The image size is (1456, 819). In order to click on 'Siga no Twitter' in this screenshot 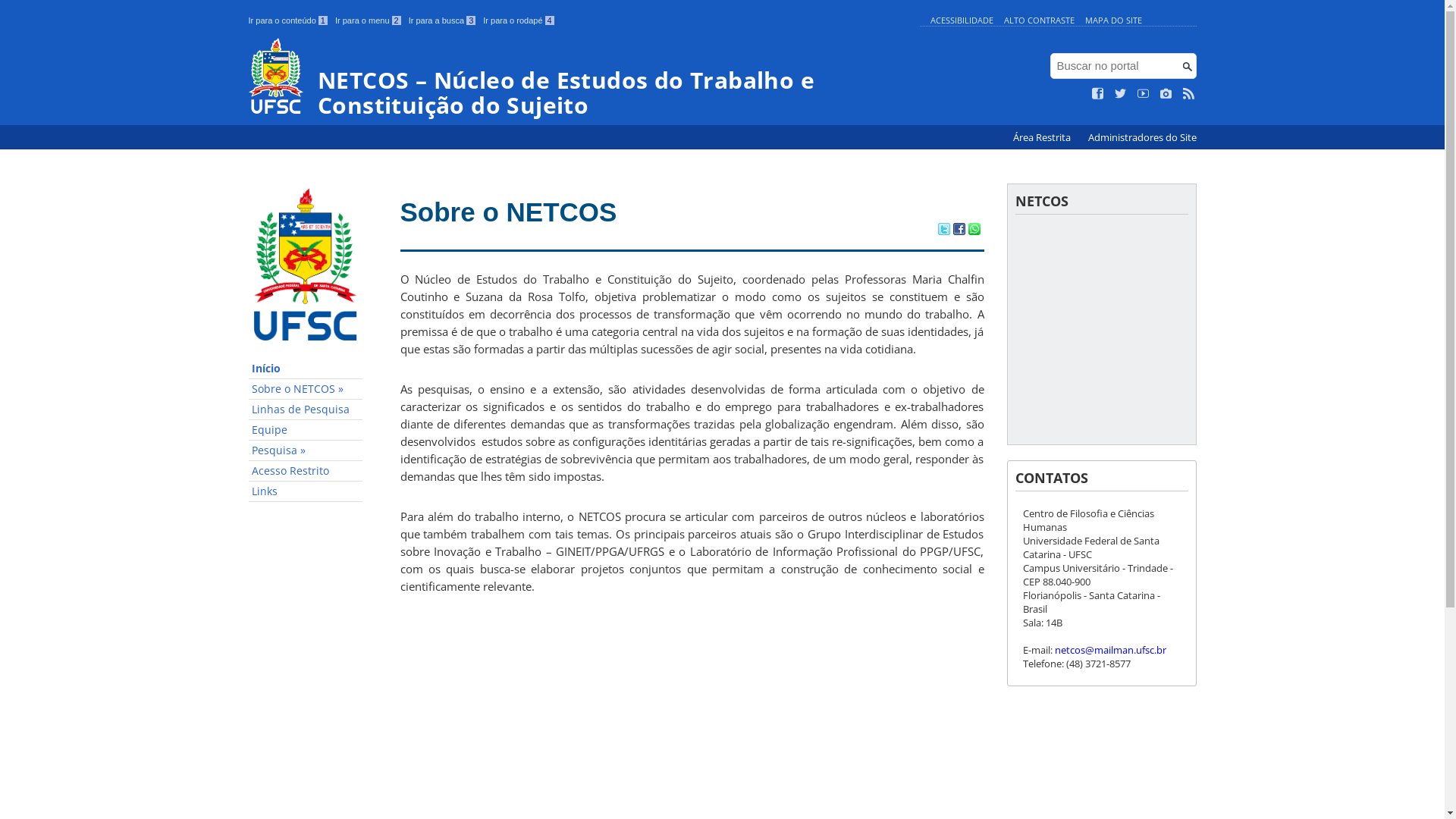, I will do `click(1121, 93)`.